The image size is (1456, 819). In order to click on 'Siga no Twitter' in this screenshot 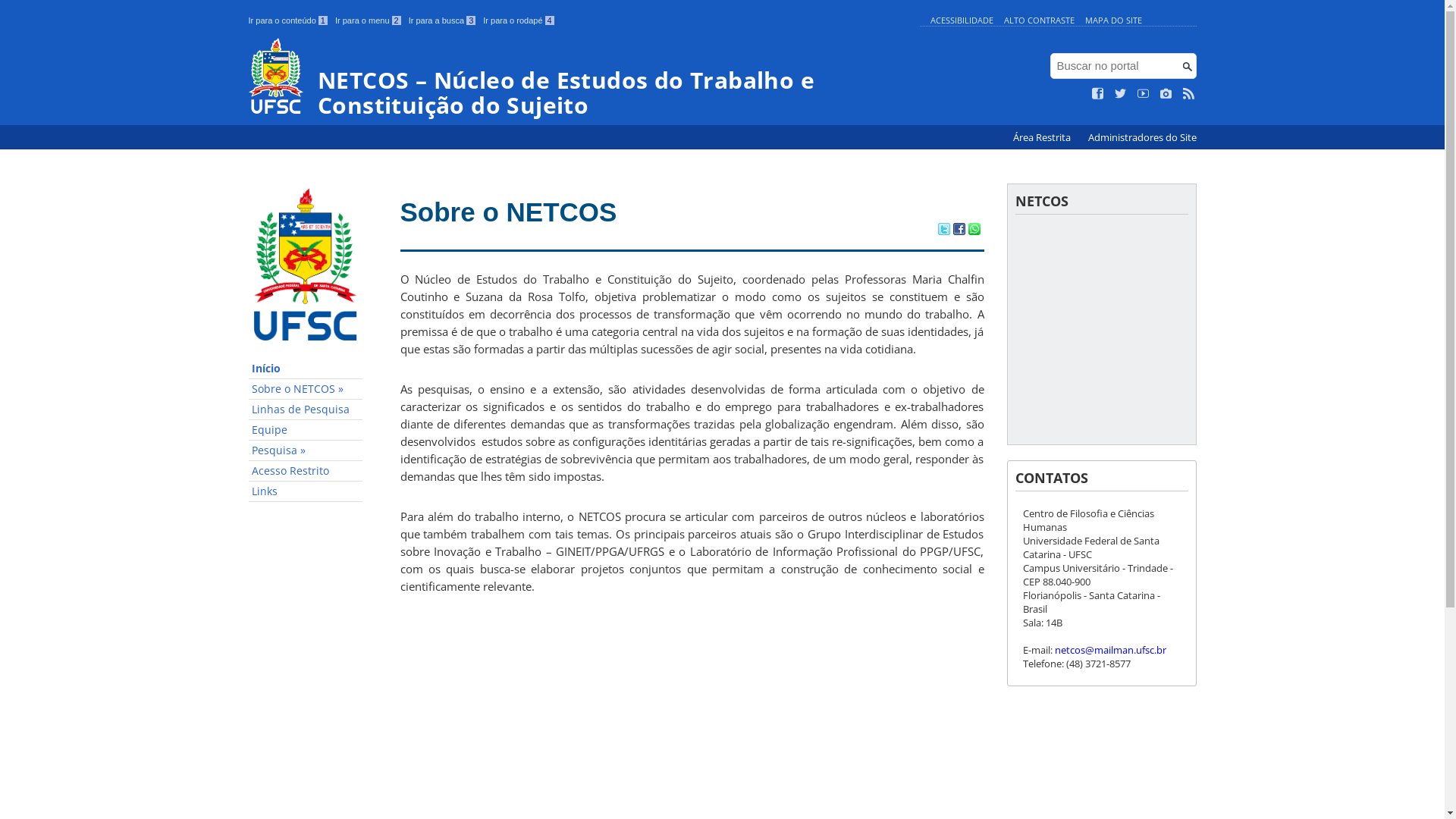, I will do `click(1121, 93)`.